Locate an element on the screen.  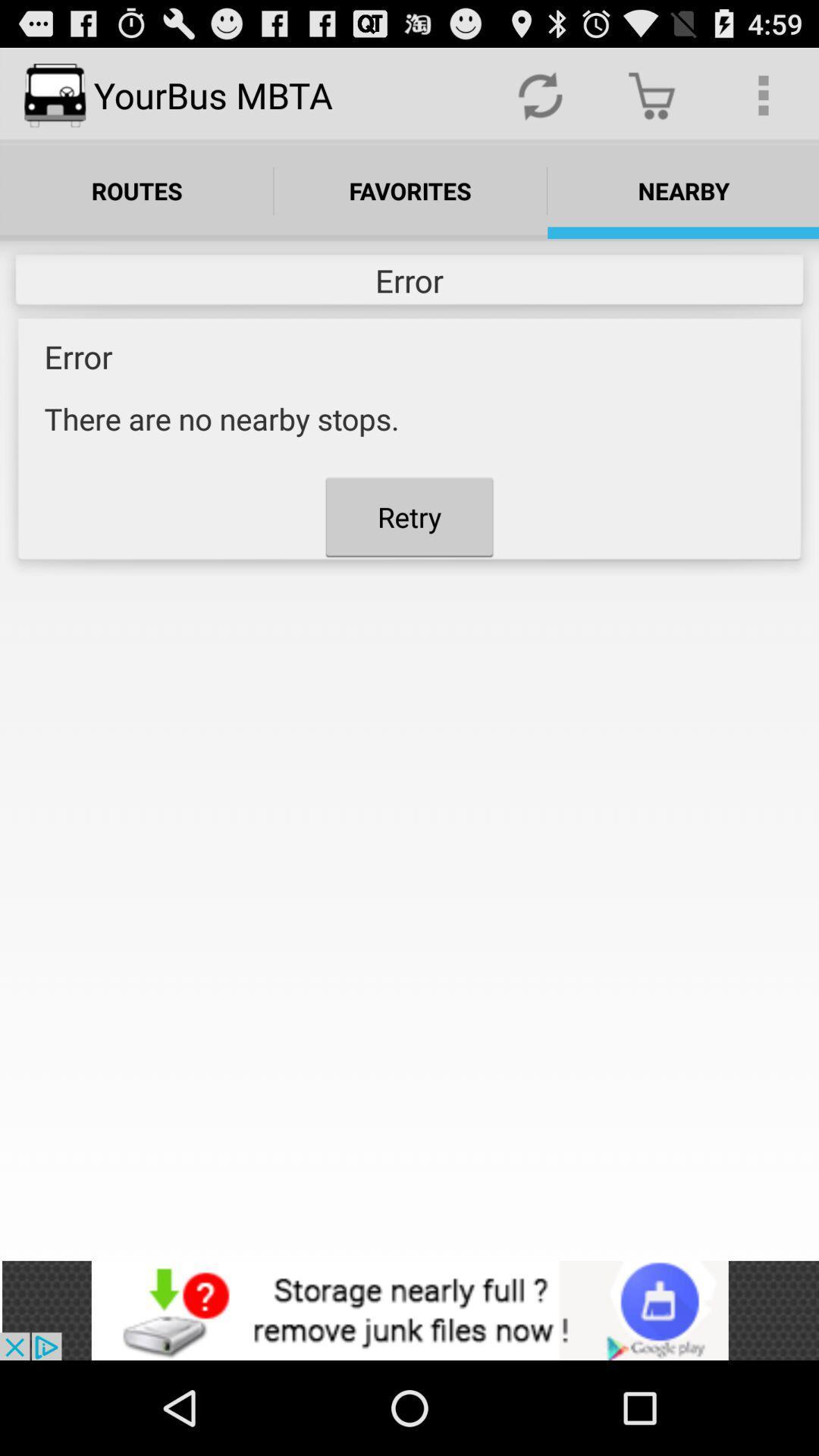
option right to routes is located at coordinates (410, 190).